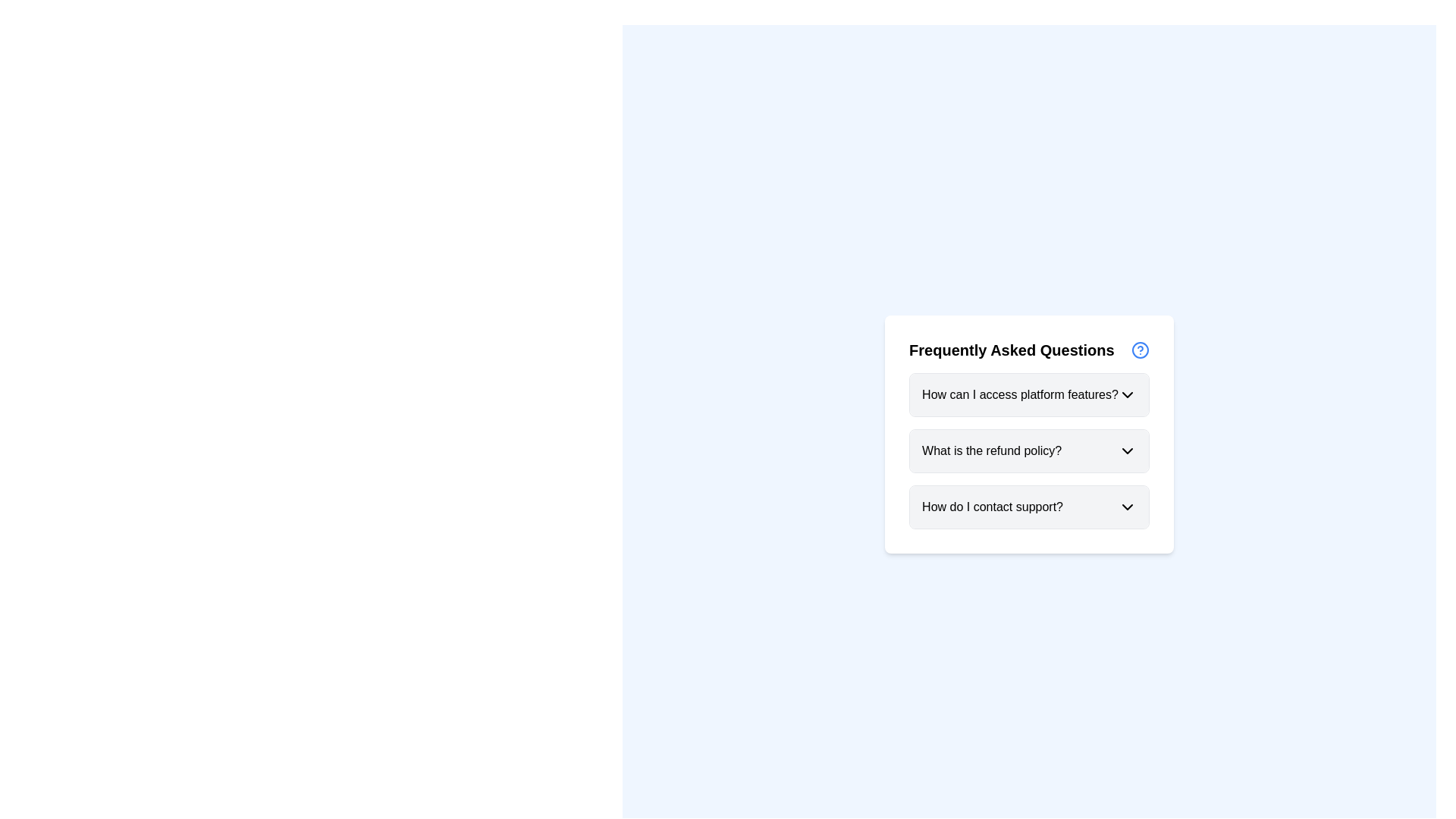  Describe the element at coordinates (1029, 507) in the screenshot. I see `the collapsible menu item labeled 'How do I contact support?'` at that location.